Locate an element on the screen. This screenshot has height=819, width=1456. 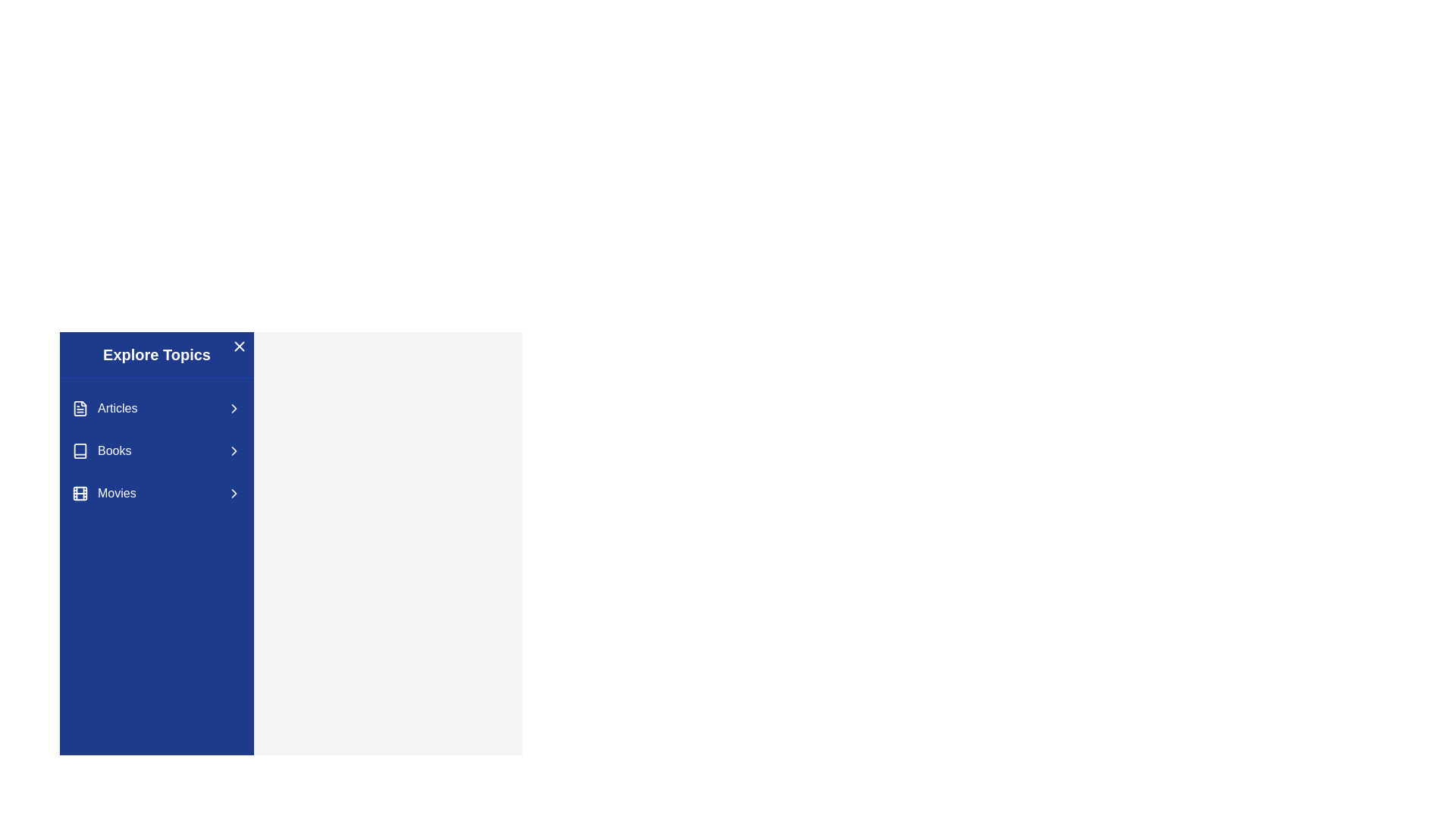
the text label that serves as a header or title for the section, positioned in the top-left corner of a blue sidebar is located at coordinates (156, 354).